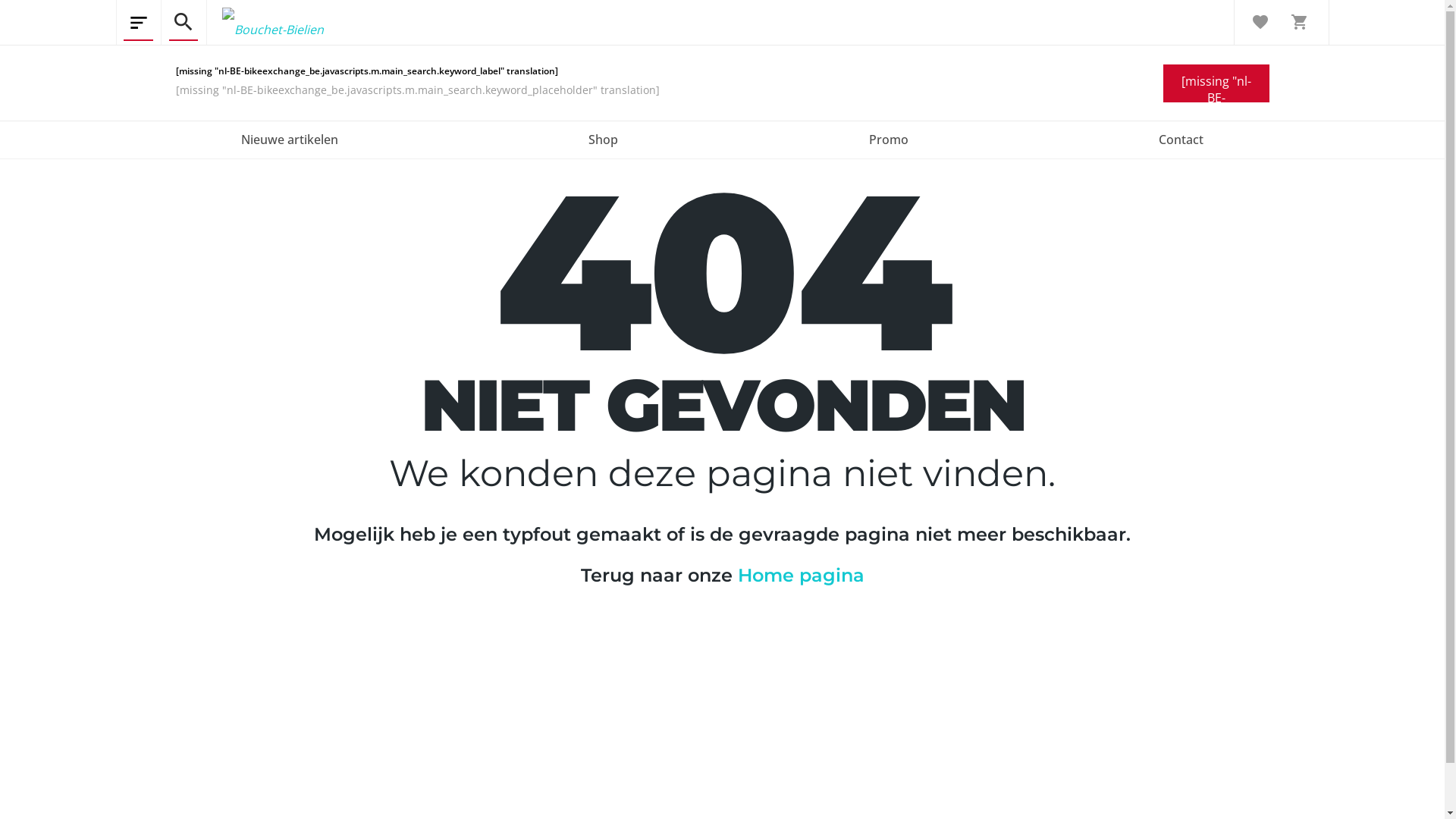  Describe the element at coordinates (888, 140) in the screenshot. I see `'Promo'` at that location.